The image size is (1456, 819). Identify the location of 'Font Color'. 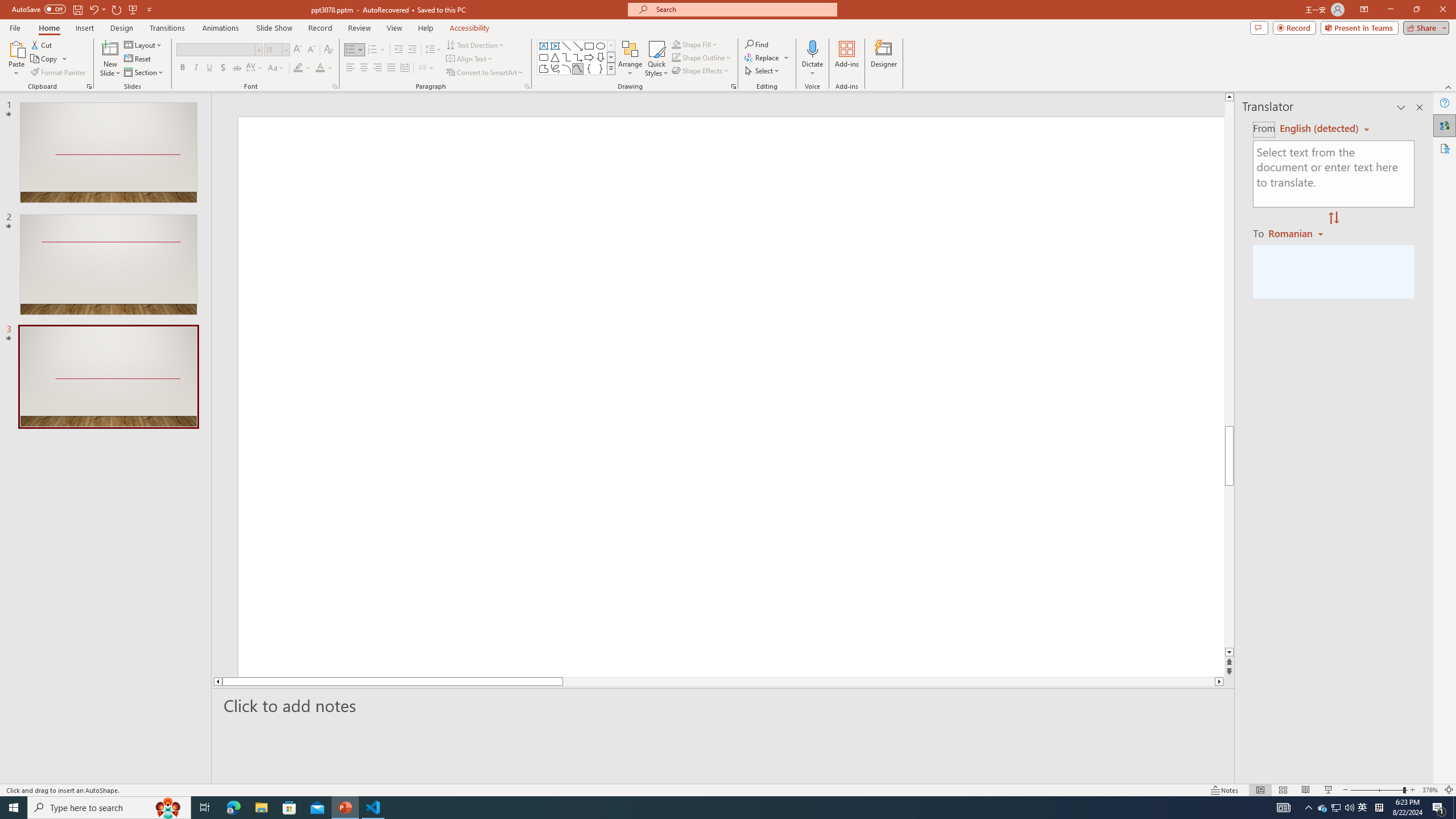
(324, 67).